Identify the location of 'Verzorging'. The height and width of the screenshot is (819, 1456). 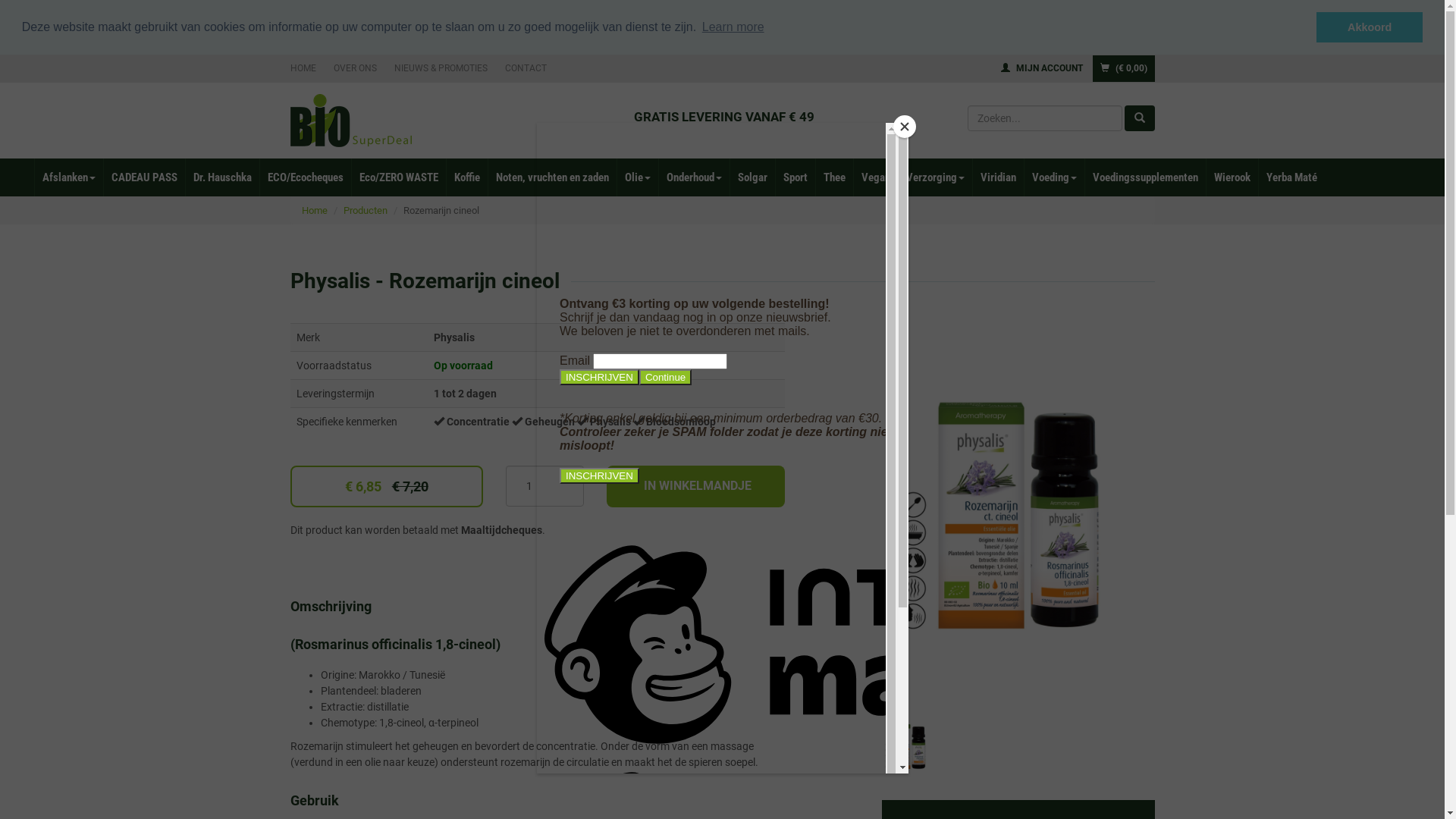
(934, 175).